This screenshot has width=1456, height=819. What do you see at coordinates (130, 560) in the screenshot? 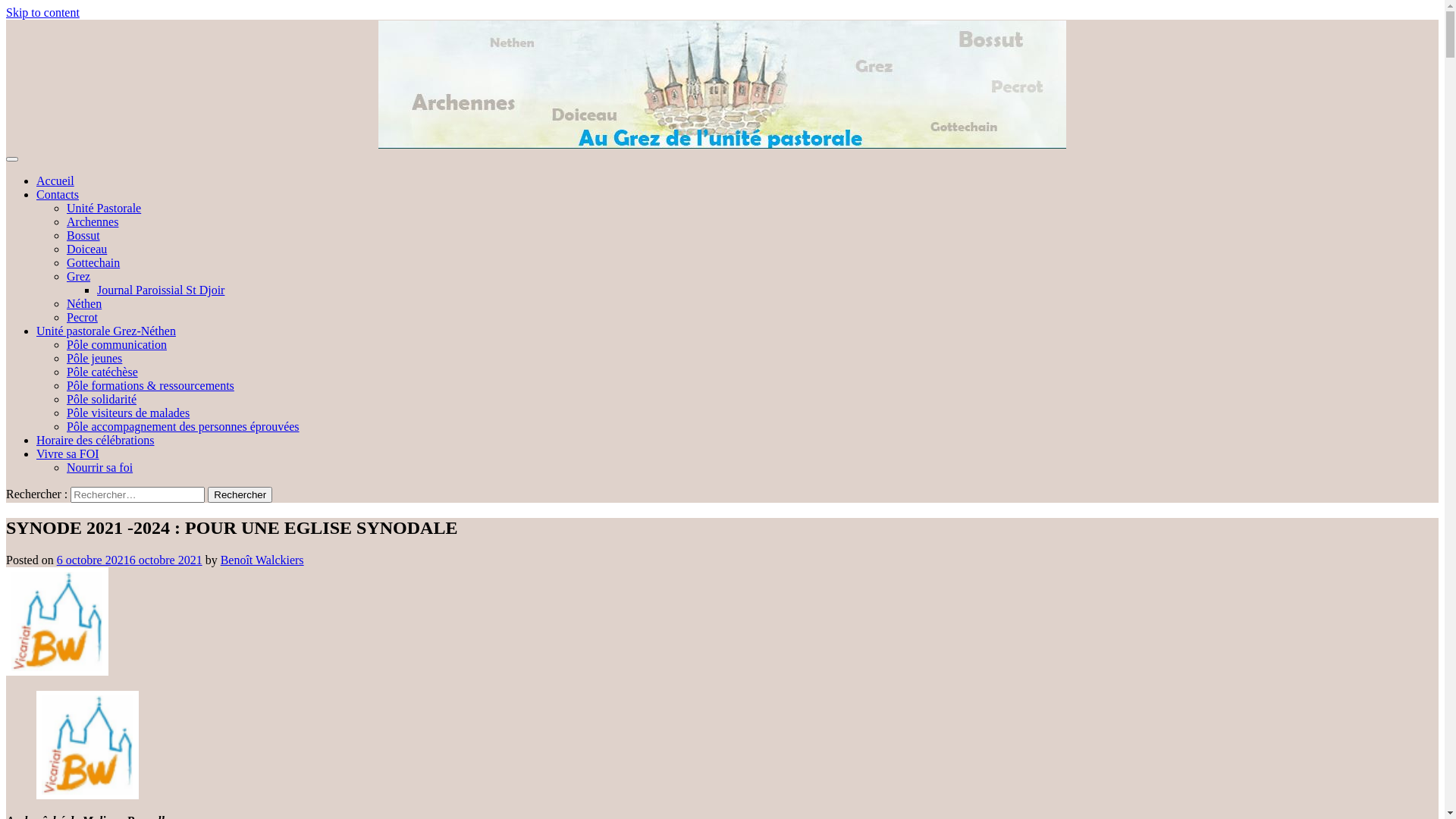
I see `'6 octobre 20216 octobre 2021'` at bounding box center [130, 560].